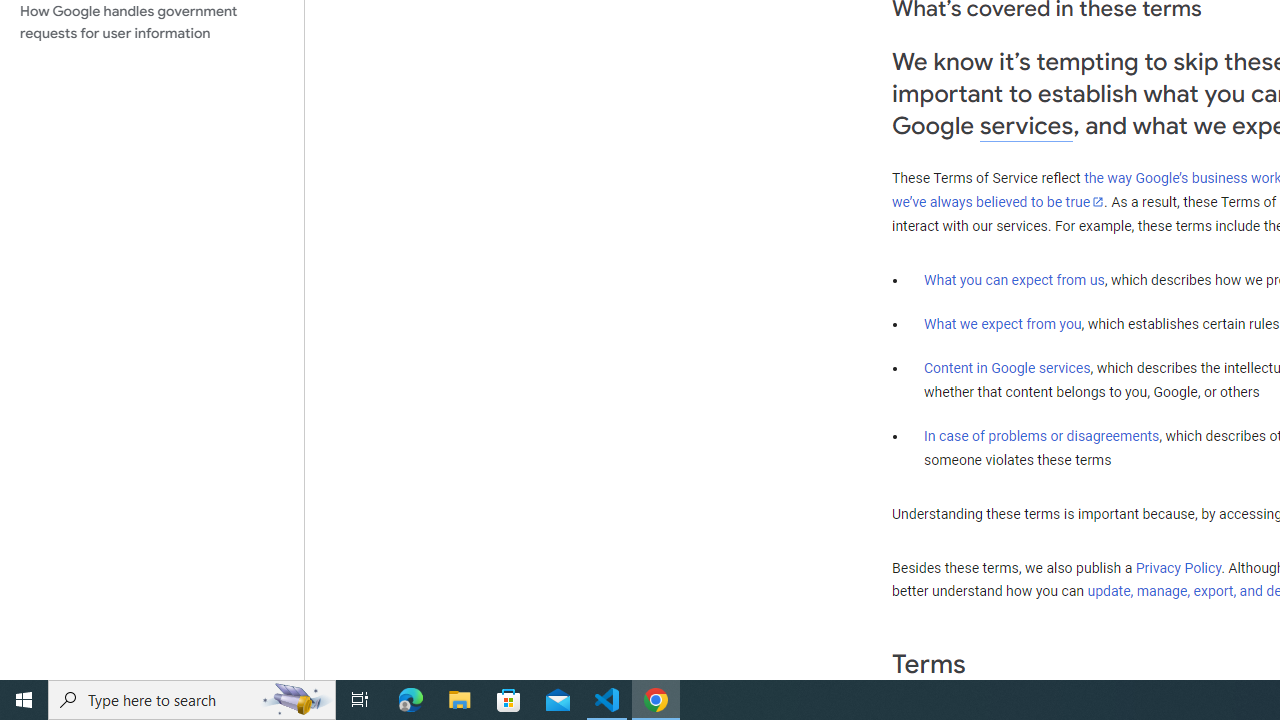 The width and height of the screenshot is (1280, 720). I want to click on 'In case of problems or disagreements', so click(1040, 434).